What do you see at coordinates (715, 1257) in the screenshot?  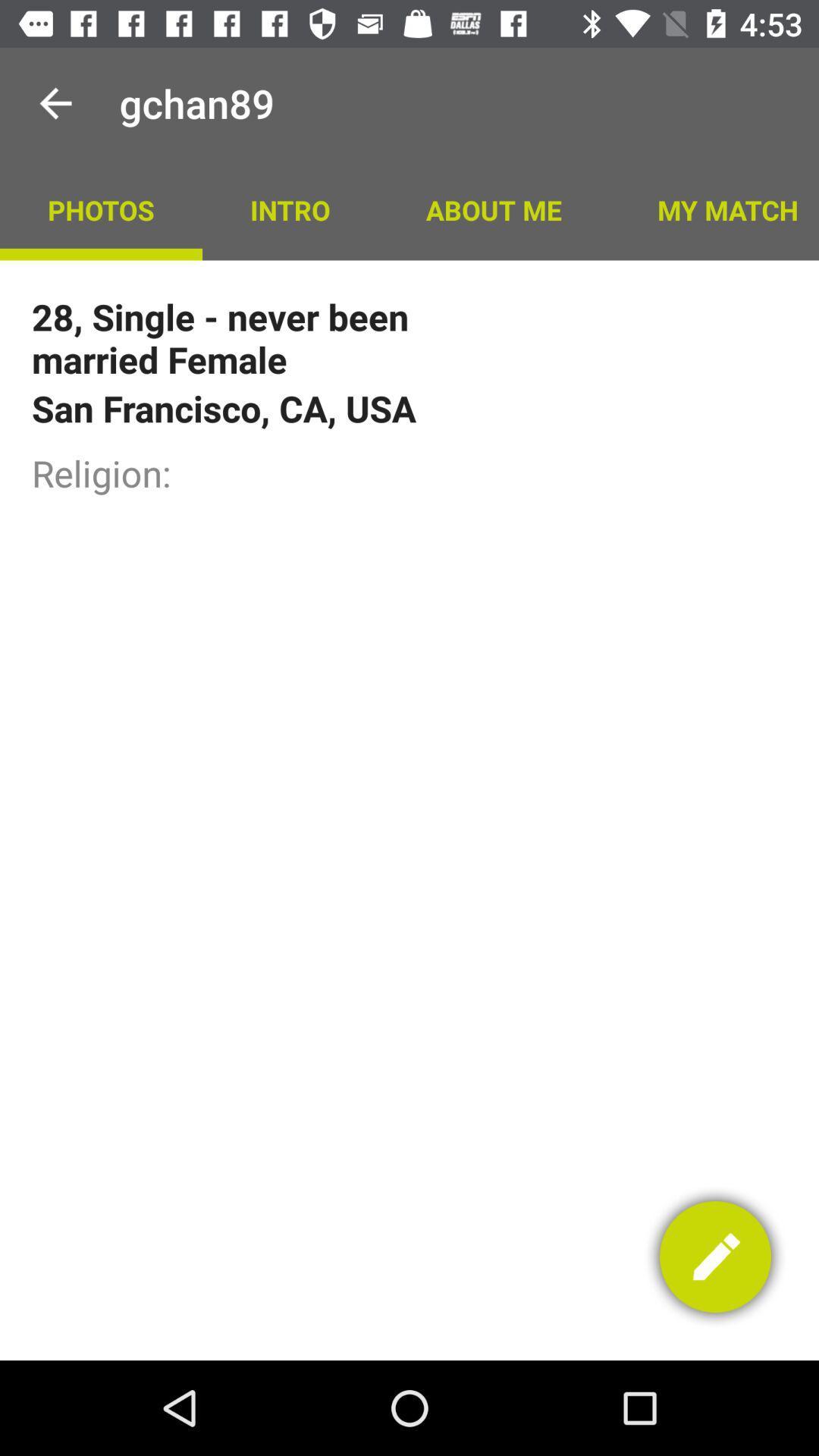 I see `app below my match icon` at bounding box center [715, 1257].